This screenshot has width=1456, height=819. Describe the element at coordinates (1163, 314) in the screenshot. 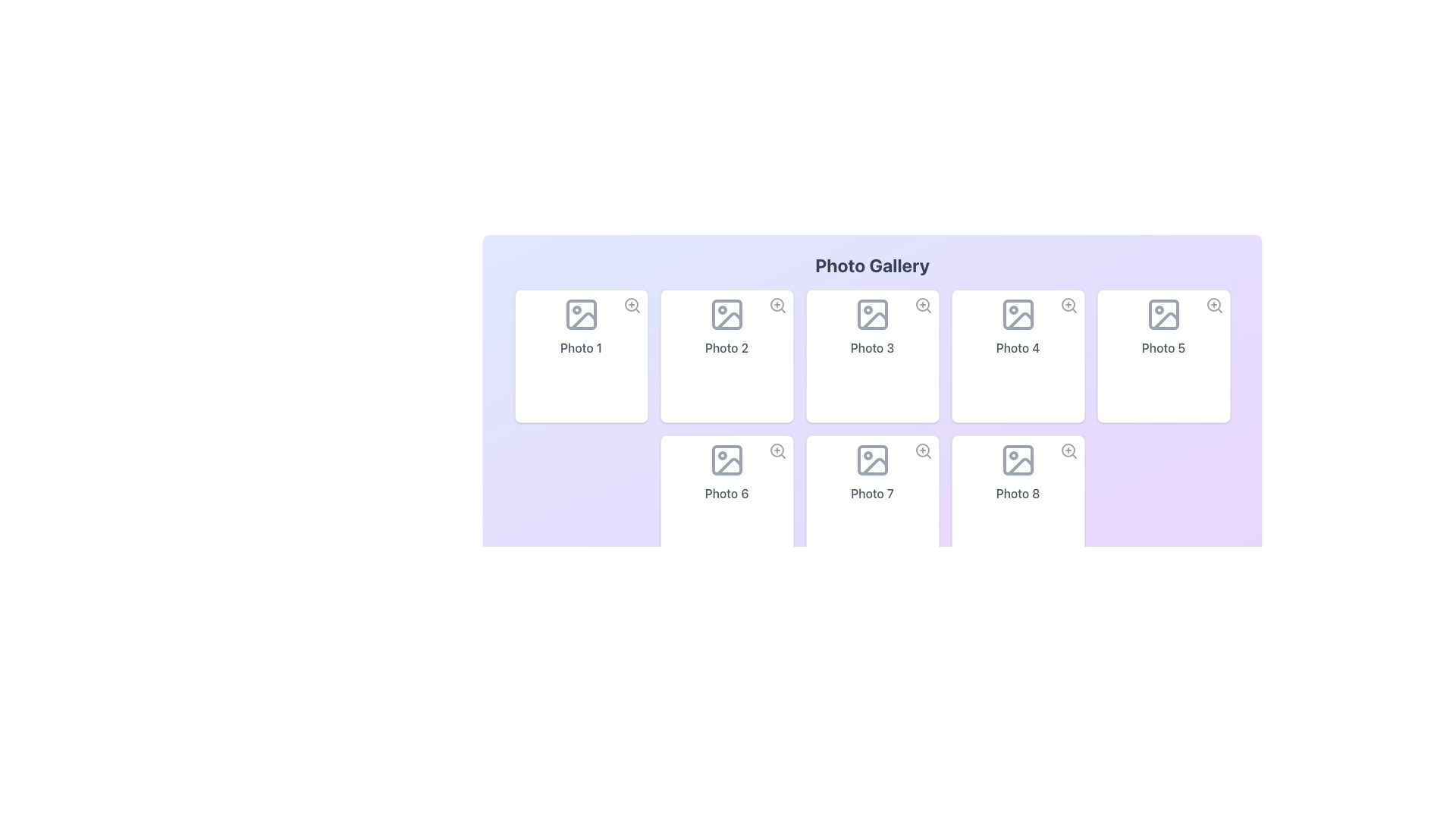

I see `the rectangular icon element within the photo placeholder labeled 'Photo 5' in the second row of the photo gallery grid` at that location.